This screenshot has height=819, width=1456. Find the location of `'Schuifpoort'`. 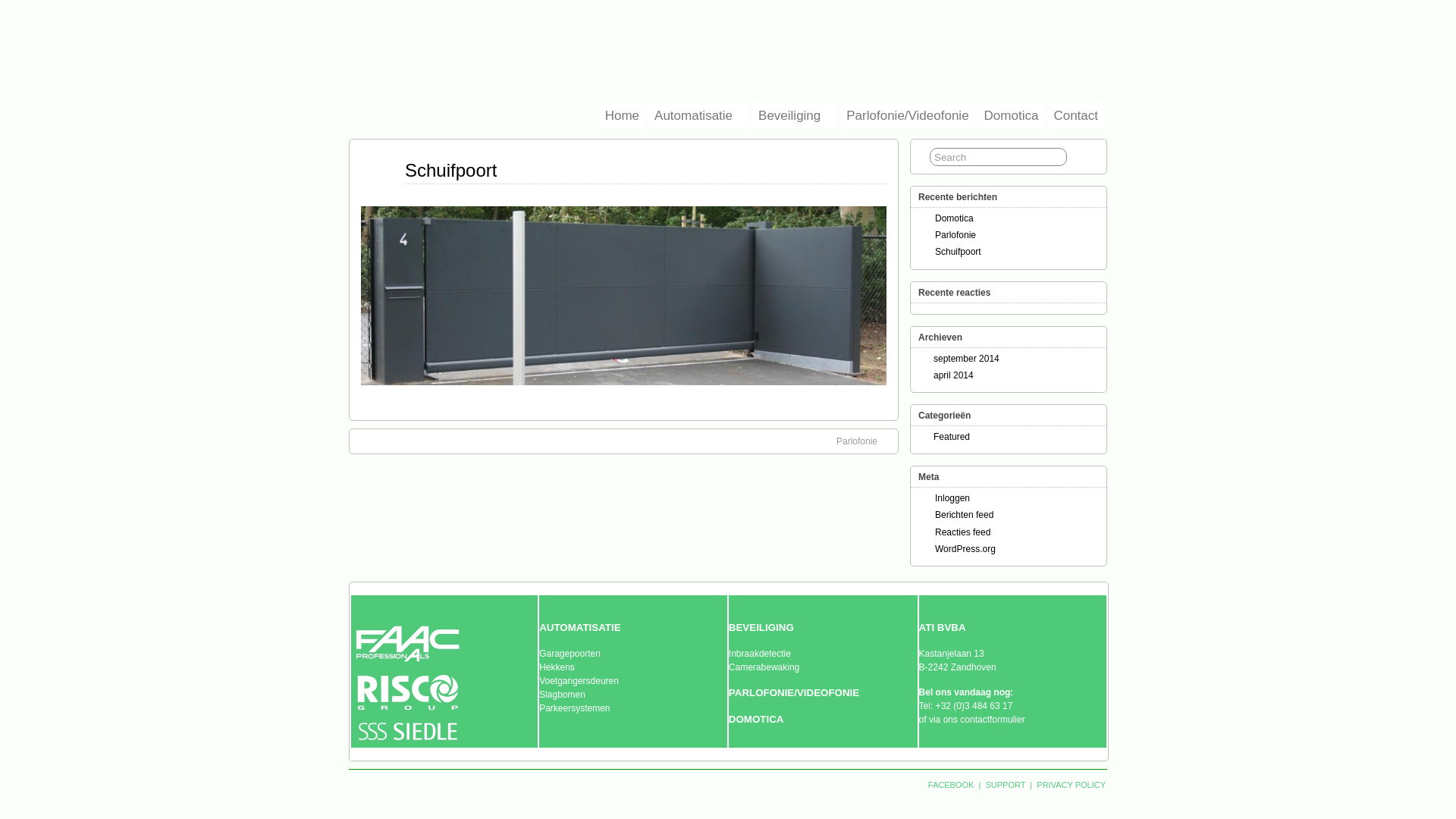

'Schuifpoort' is located at coordinates (957, 250).